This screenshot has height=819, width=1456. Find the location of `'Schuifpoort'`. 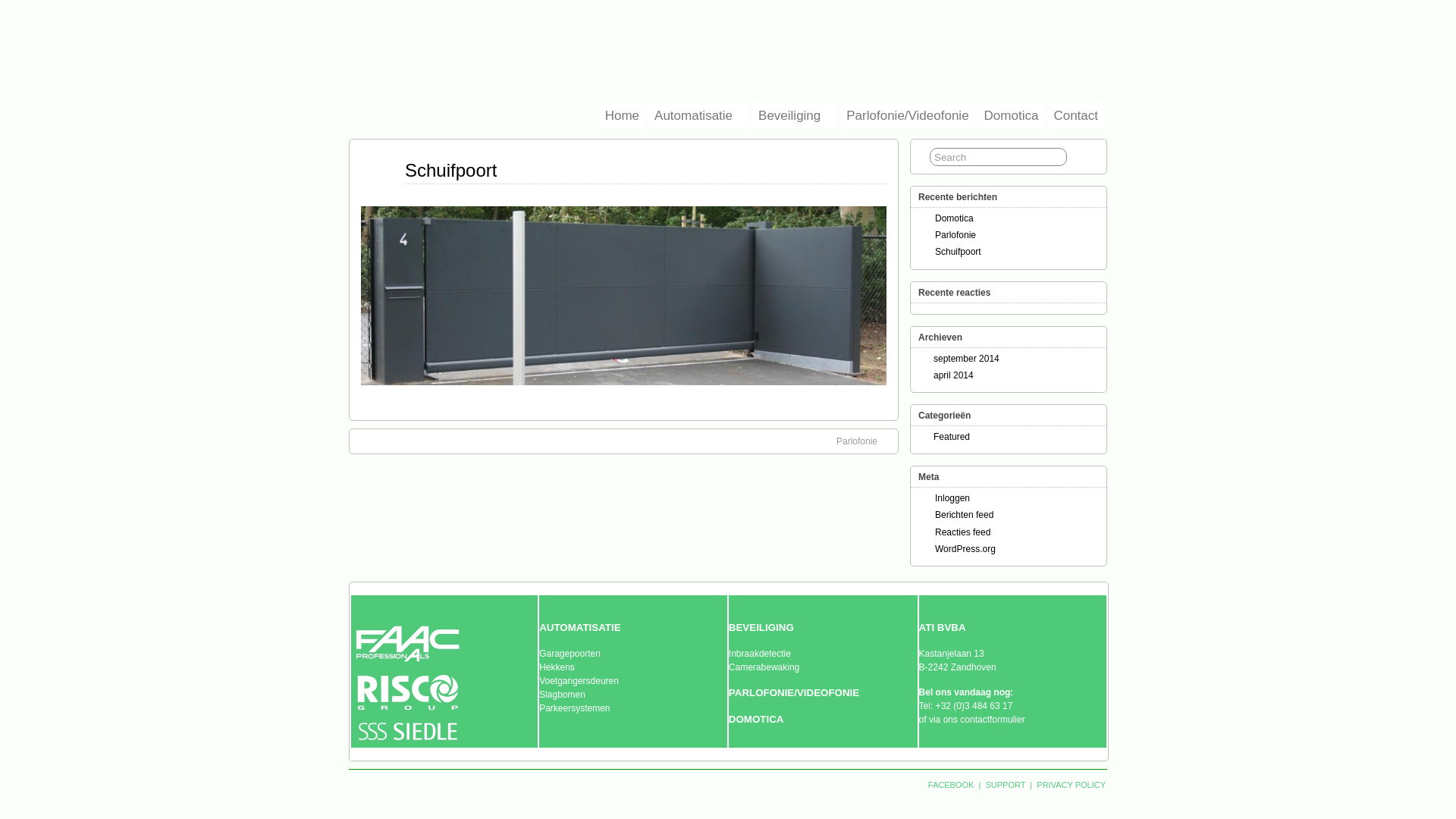

'Schuifpoort' is located at coordinates (957, 250).